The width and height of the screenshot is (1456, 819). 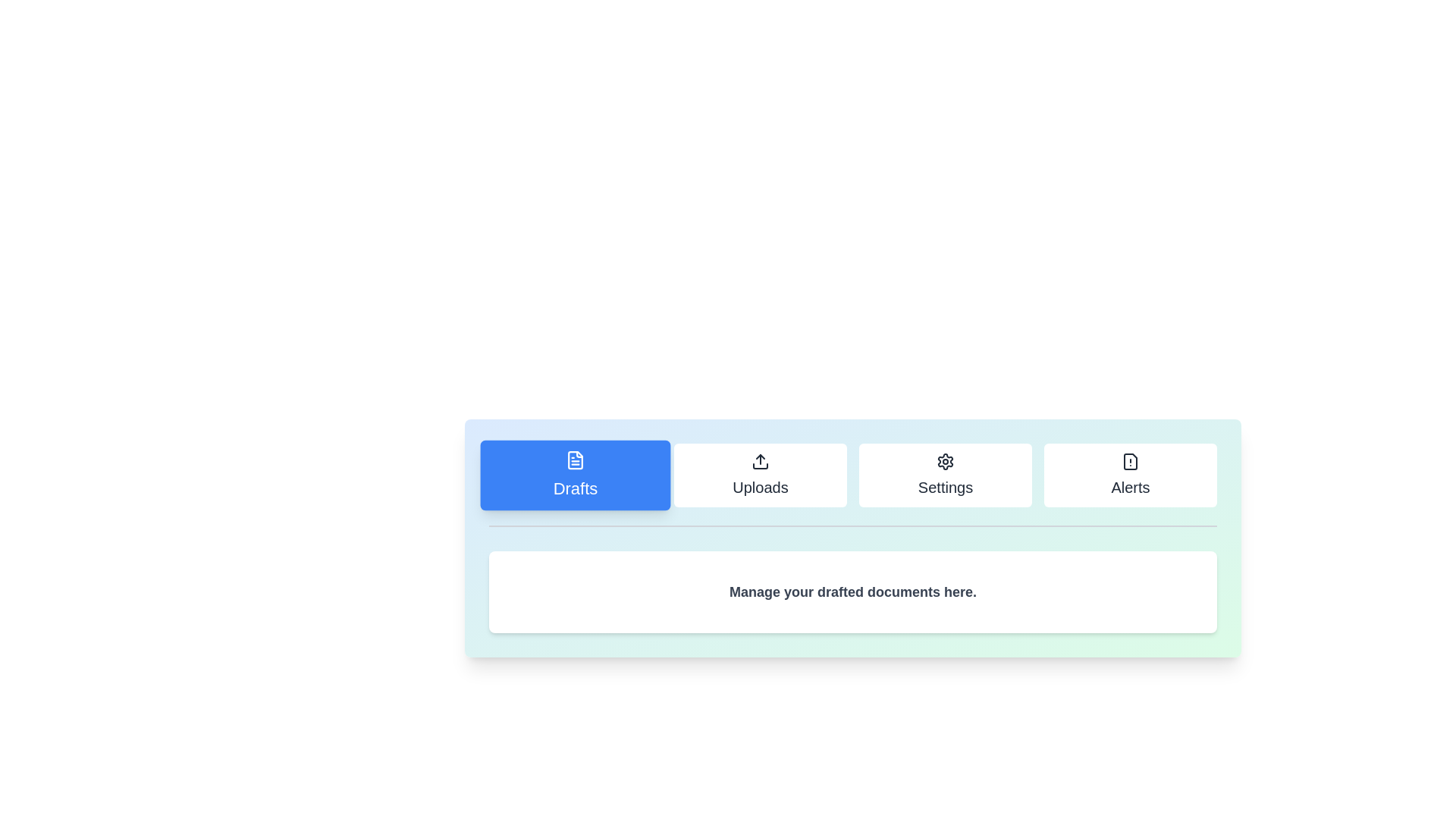 What do you see at coordinates (945, 475) in the screenshot?
I see `the tab labeled Settings to view its content` at bounding box center [945, 475].